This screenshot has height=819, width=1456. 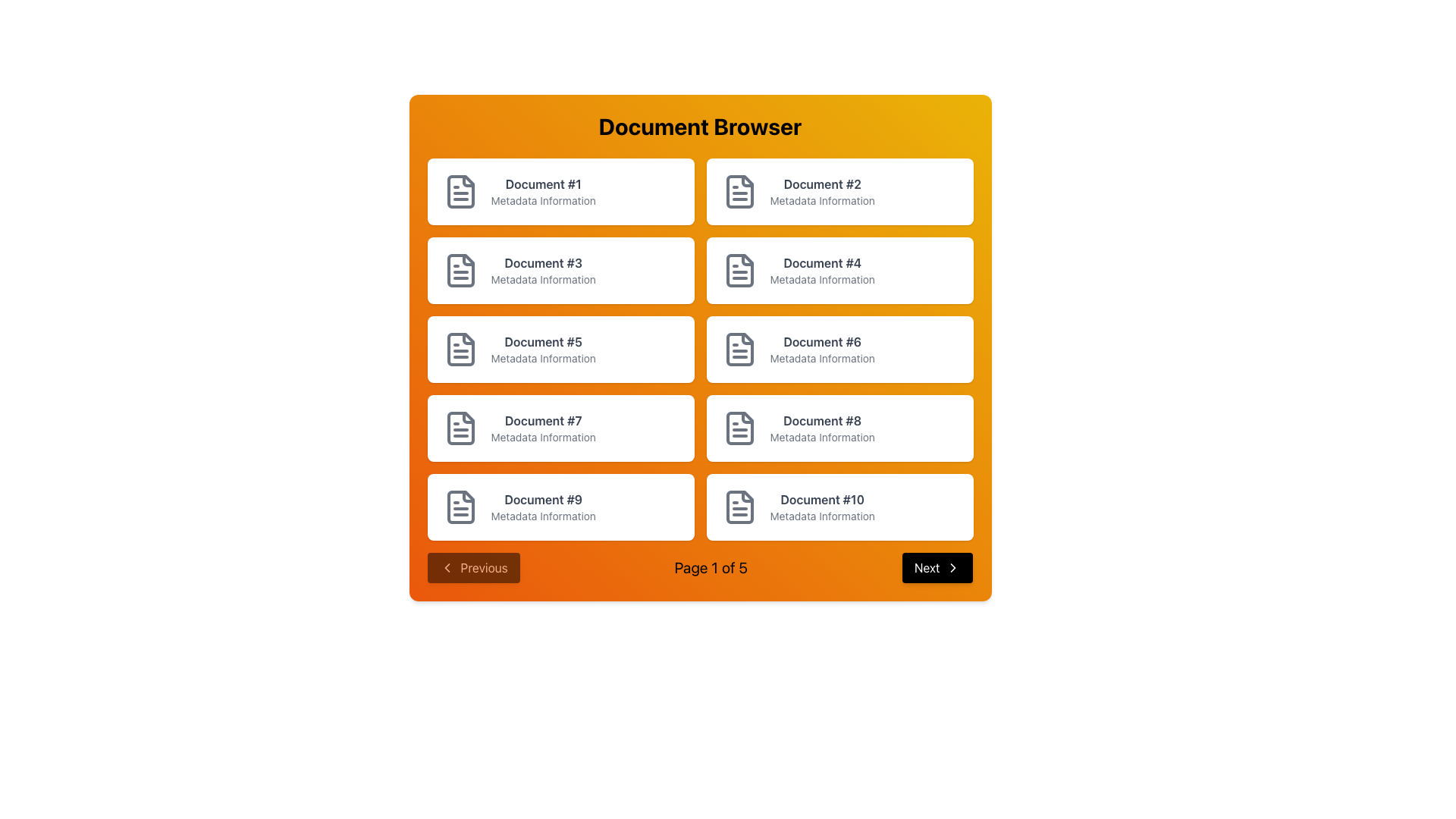 What do you see at coordinates (821, 500) in the screenshot?
I see `the text label that serves as an identifier for a document, located at the bottom-right section of a grid layout` at bounding box center [821, 500].